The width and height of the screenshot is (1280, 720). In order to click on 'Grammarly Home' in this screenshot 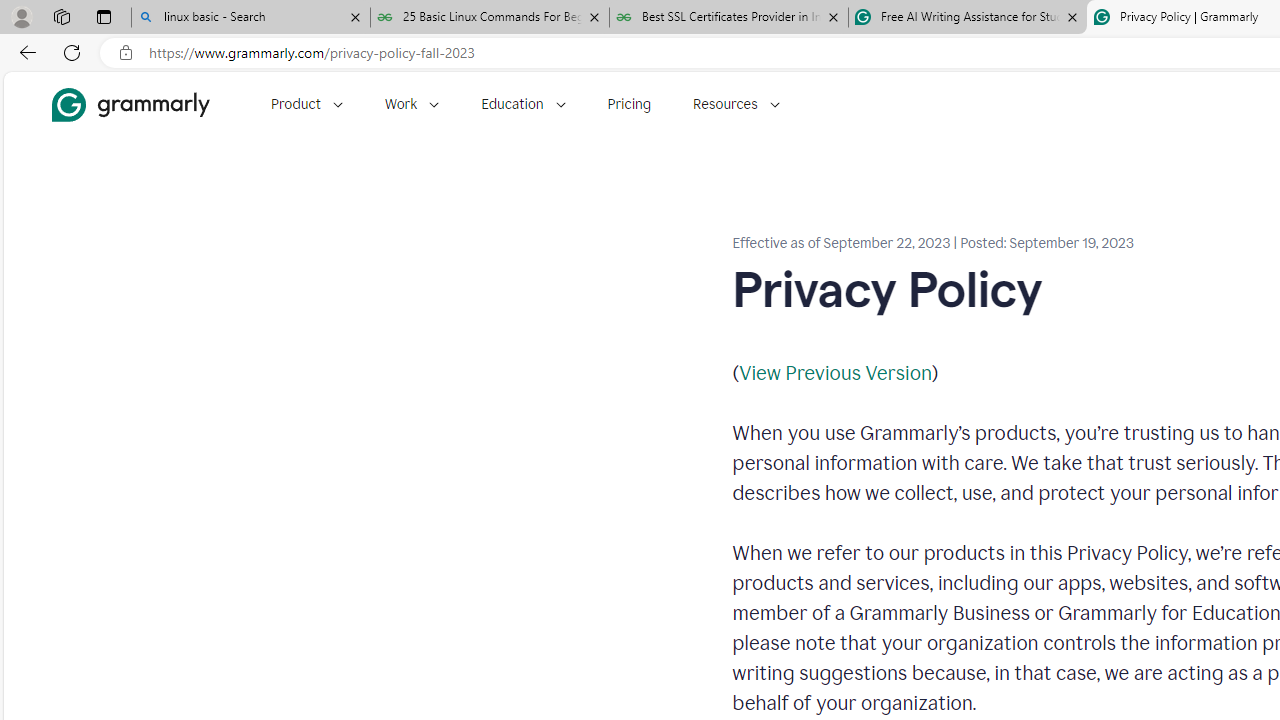, I will do `click(130, 104)`.